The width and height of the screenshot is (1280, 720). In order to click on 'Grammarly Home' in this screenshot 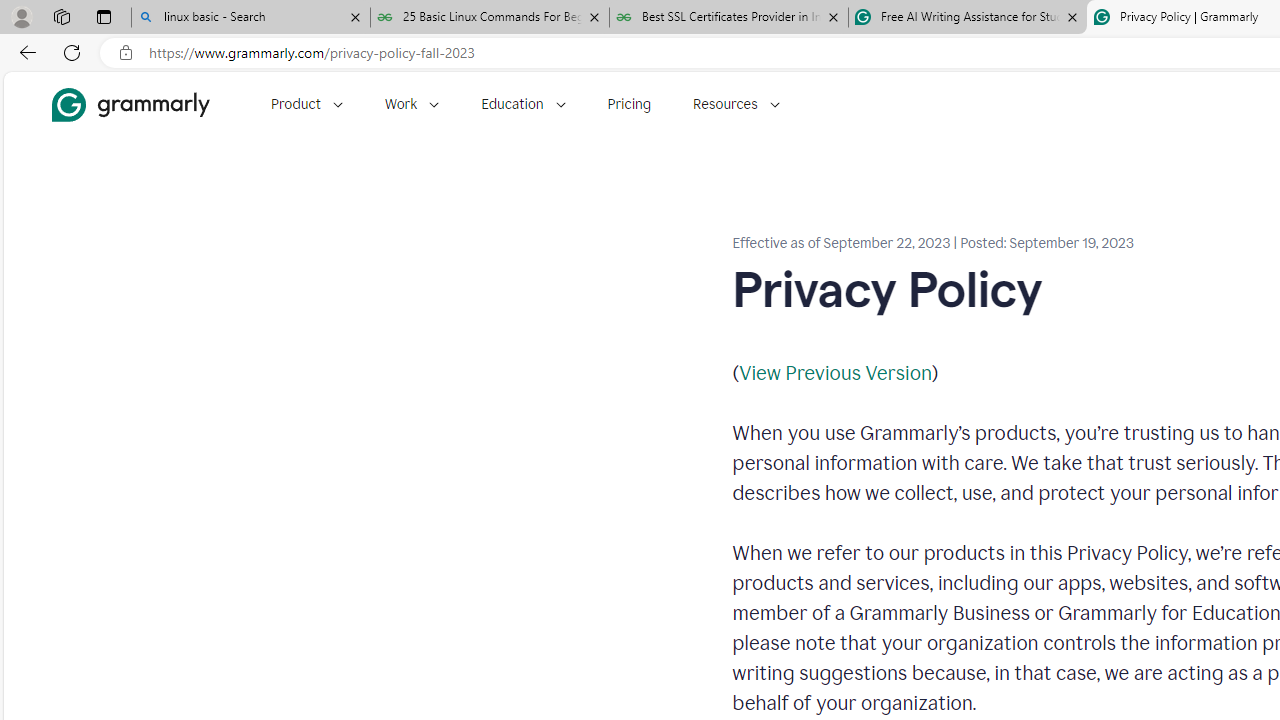, I will do `click(130, 104)`.